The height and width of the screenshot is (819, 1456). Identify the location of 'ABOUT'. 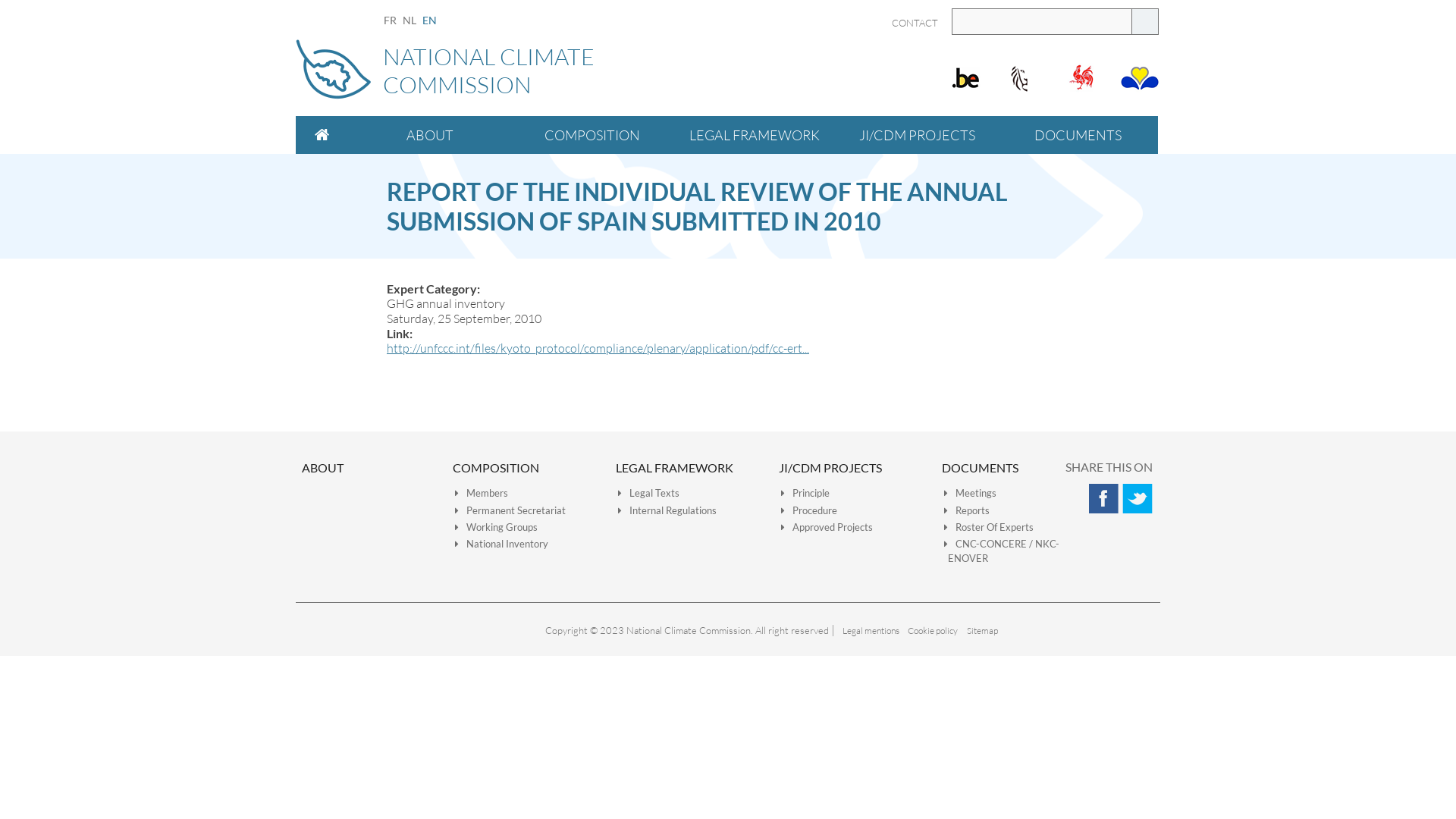
(428, 133).